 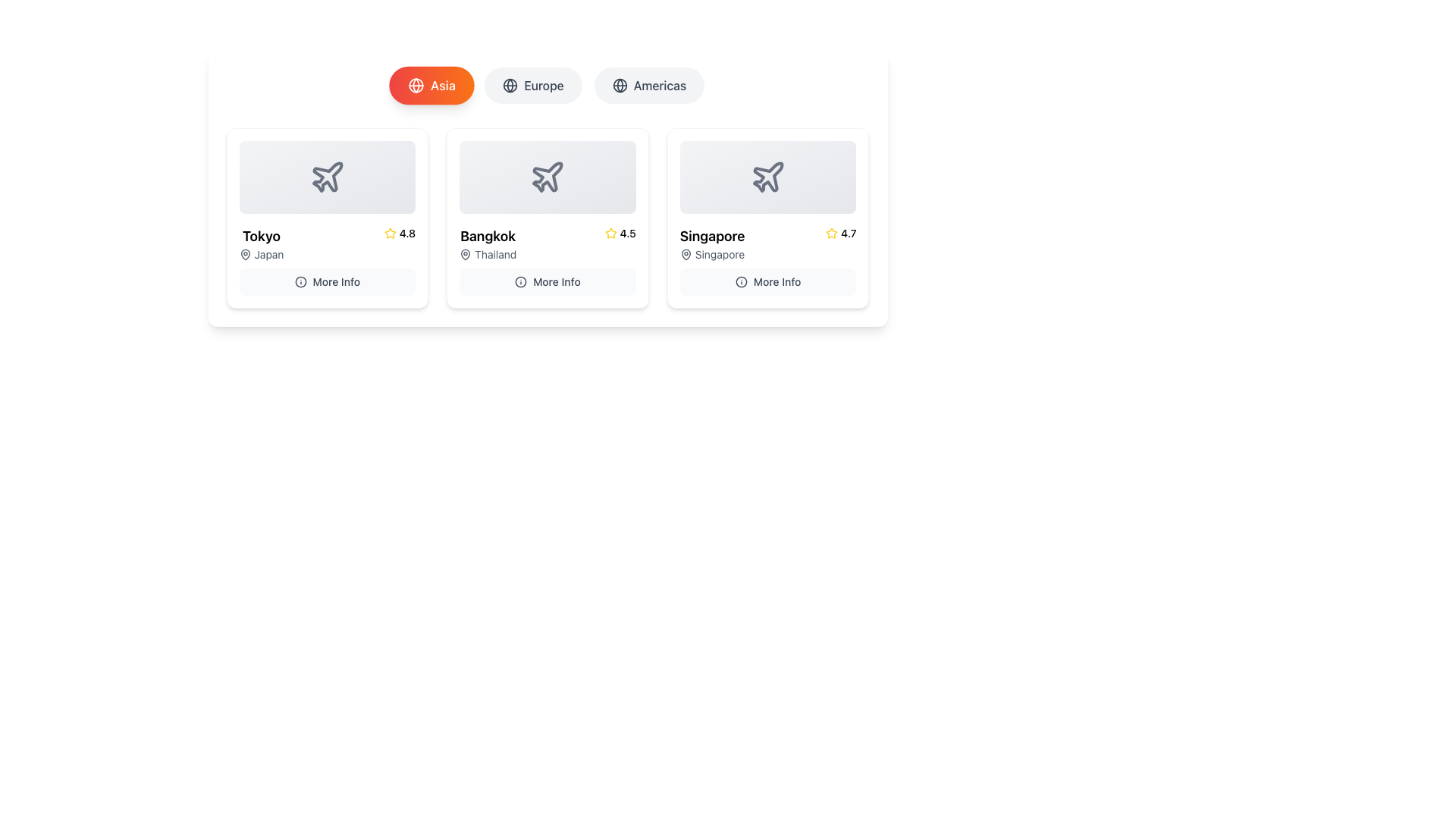 I want to click on the central circular element within the 'info' icon located below the 'Singapore' card and near the 'More Info' text, so click(x=300, y=281).